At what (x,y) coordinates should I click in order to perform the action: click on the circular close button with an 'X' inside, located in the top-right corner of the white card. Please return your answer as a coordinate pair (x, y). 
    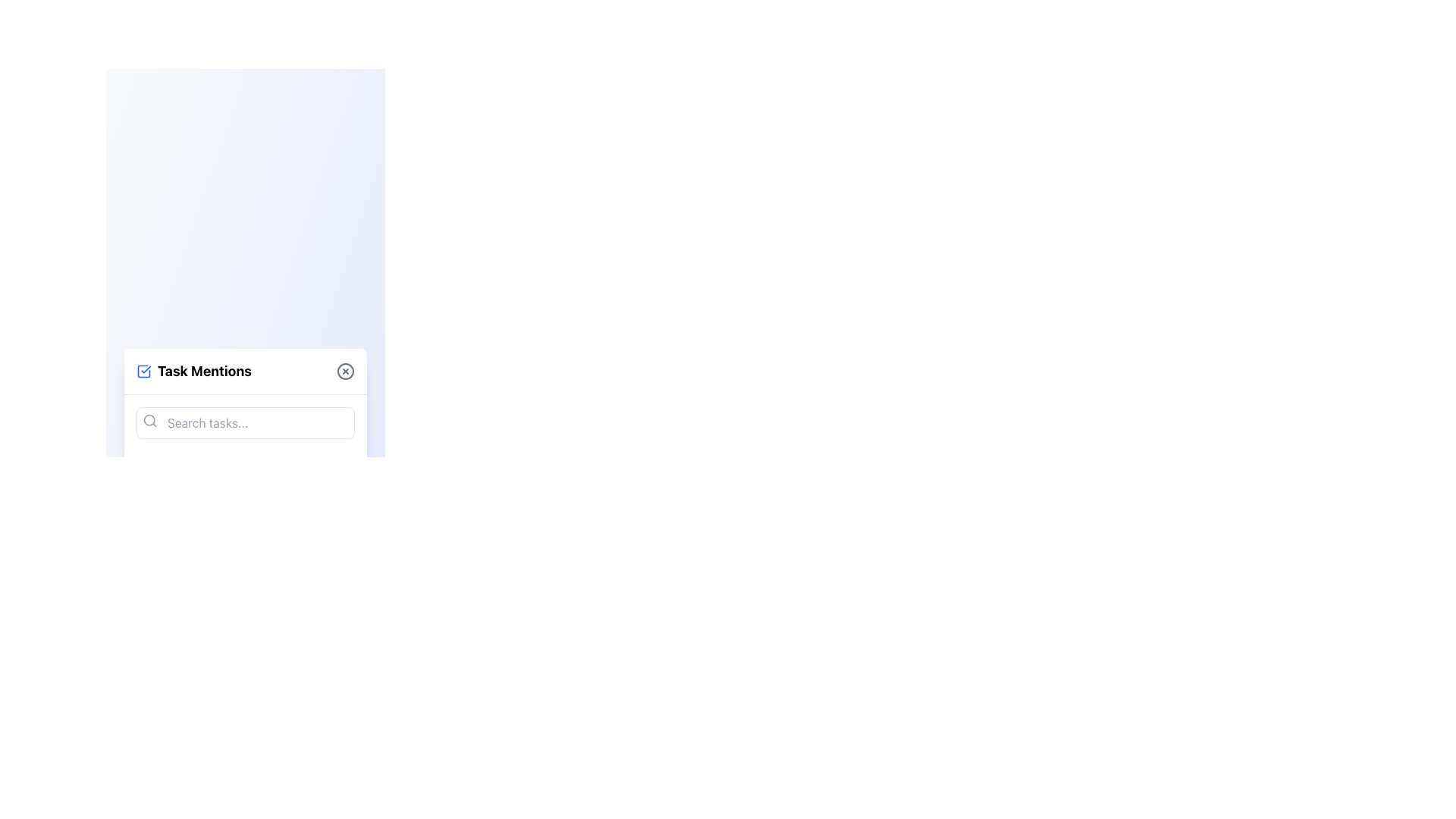
    Looking at the image, I should click on (345, 371).